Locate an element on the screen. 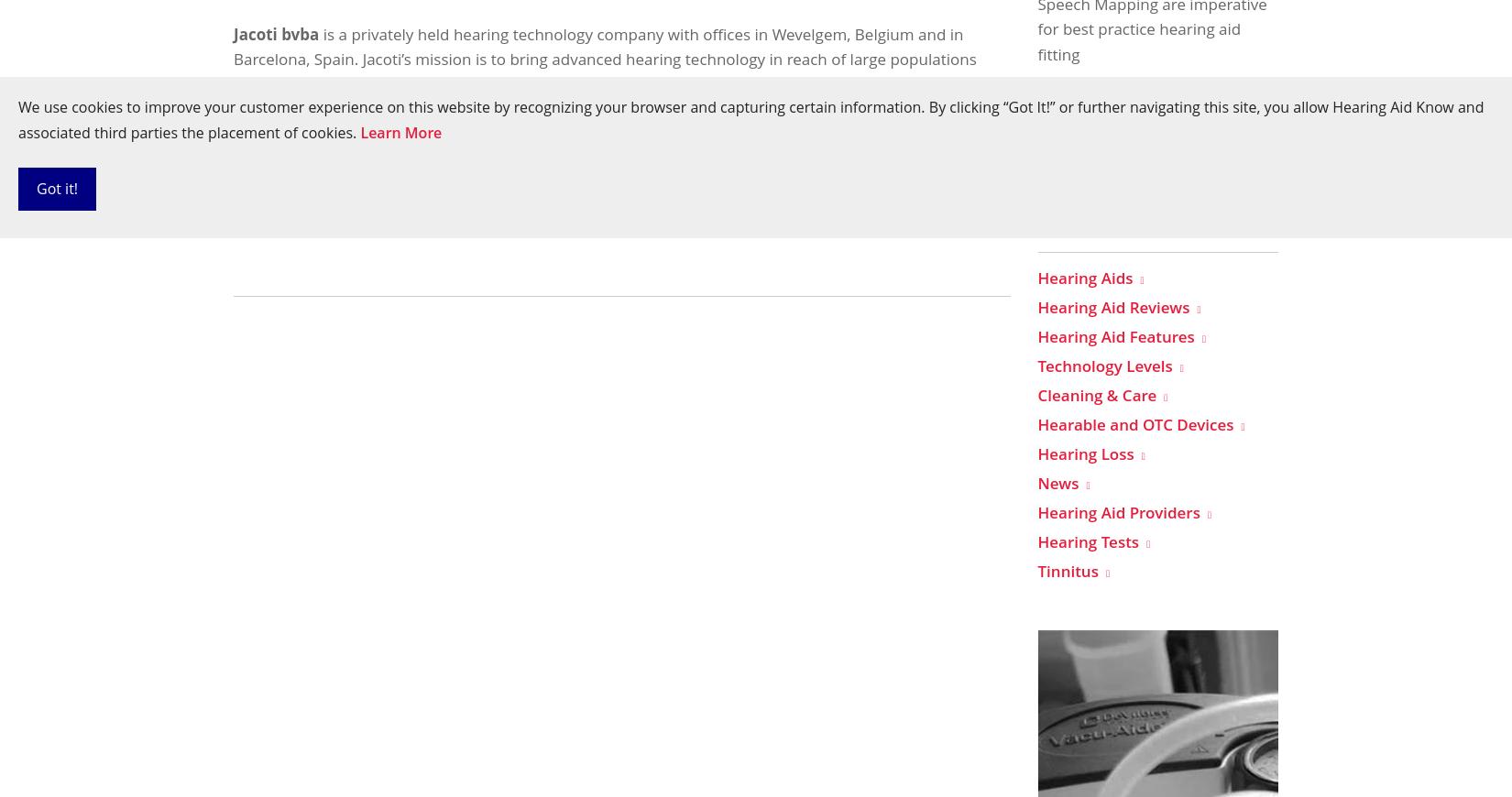 The height and width of the screenshot is (797, 1512). 'http://www.jacoti.com' is located at coordinates (398, 129).